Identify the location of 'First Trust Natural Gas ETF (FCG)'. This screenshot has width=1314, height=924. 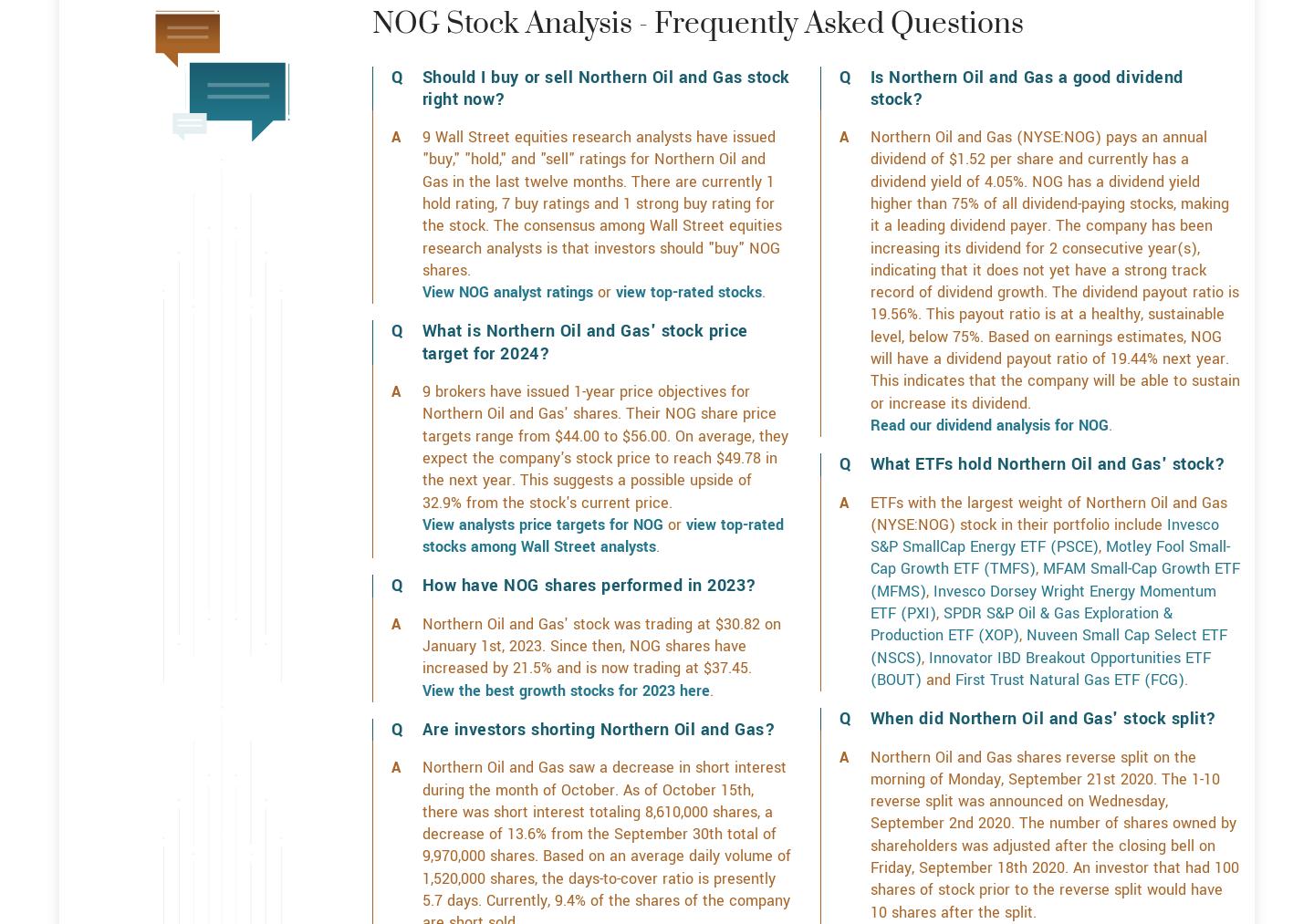
(1069, 743).